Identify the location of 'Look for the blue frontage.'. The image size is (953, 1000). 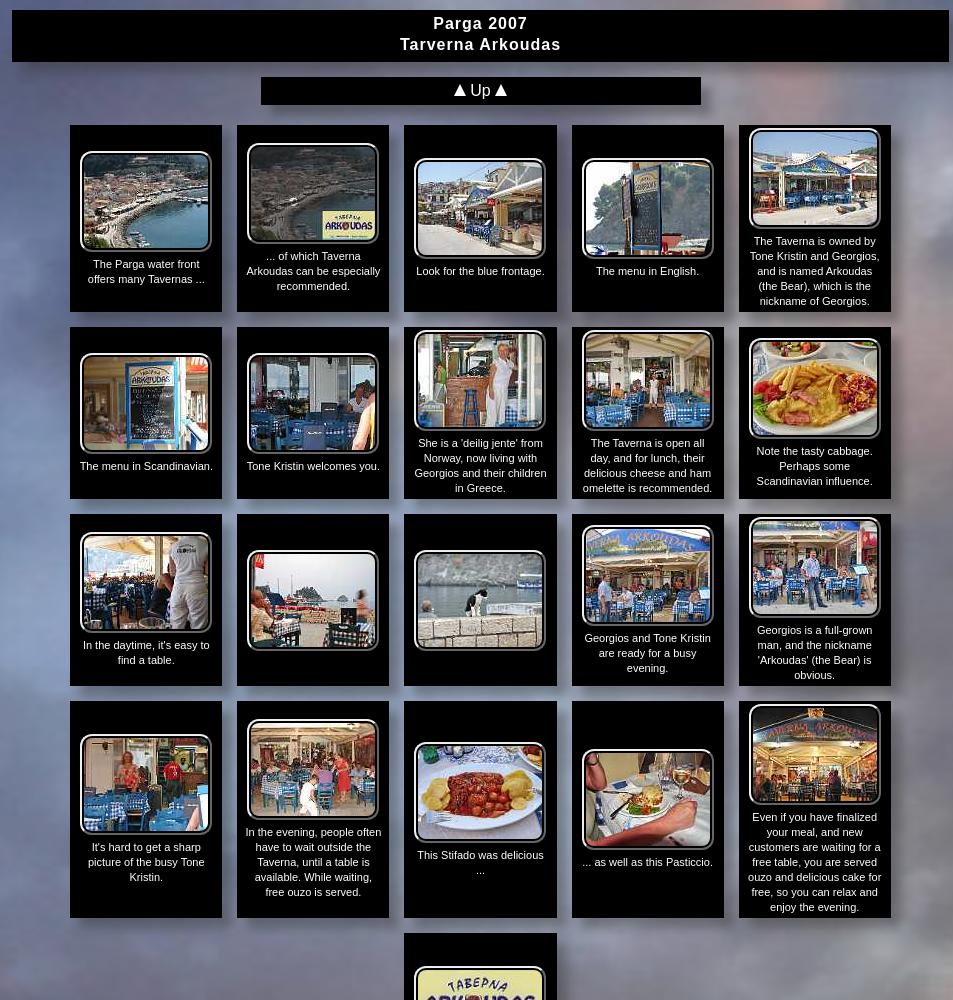
(480, 271).